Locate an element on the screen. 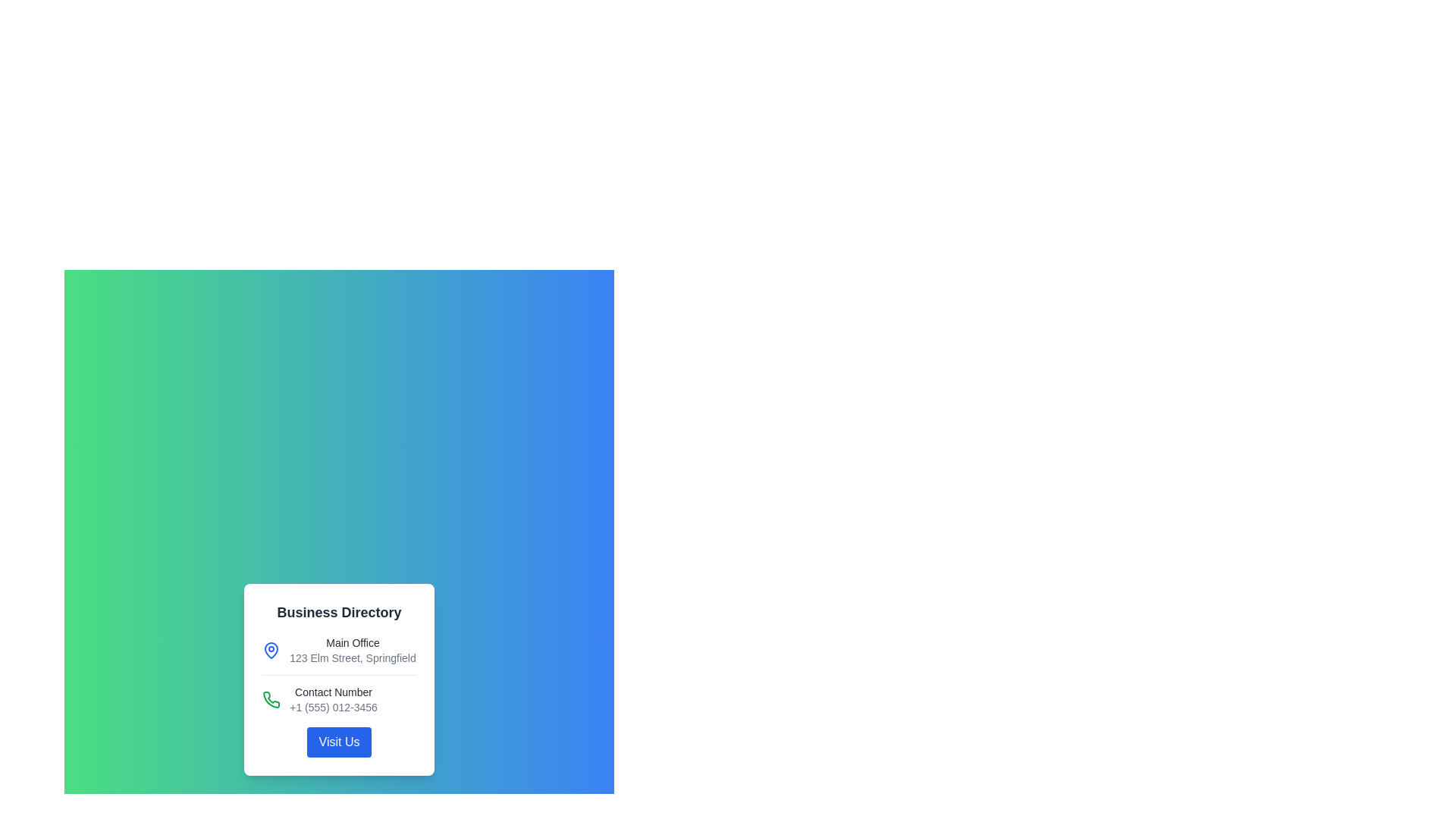 Image resolution: width=1456 pixels, height=819 pixels. the button located below the 'Contact Number' section in the 'Business Directory' card to change its background color is located at coordinates (338, 741).